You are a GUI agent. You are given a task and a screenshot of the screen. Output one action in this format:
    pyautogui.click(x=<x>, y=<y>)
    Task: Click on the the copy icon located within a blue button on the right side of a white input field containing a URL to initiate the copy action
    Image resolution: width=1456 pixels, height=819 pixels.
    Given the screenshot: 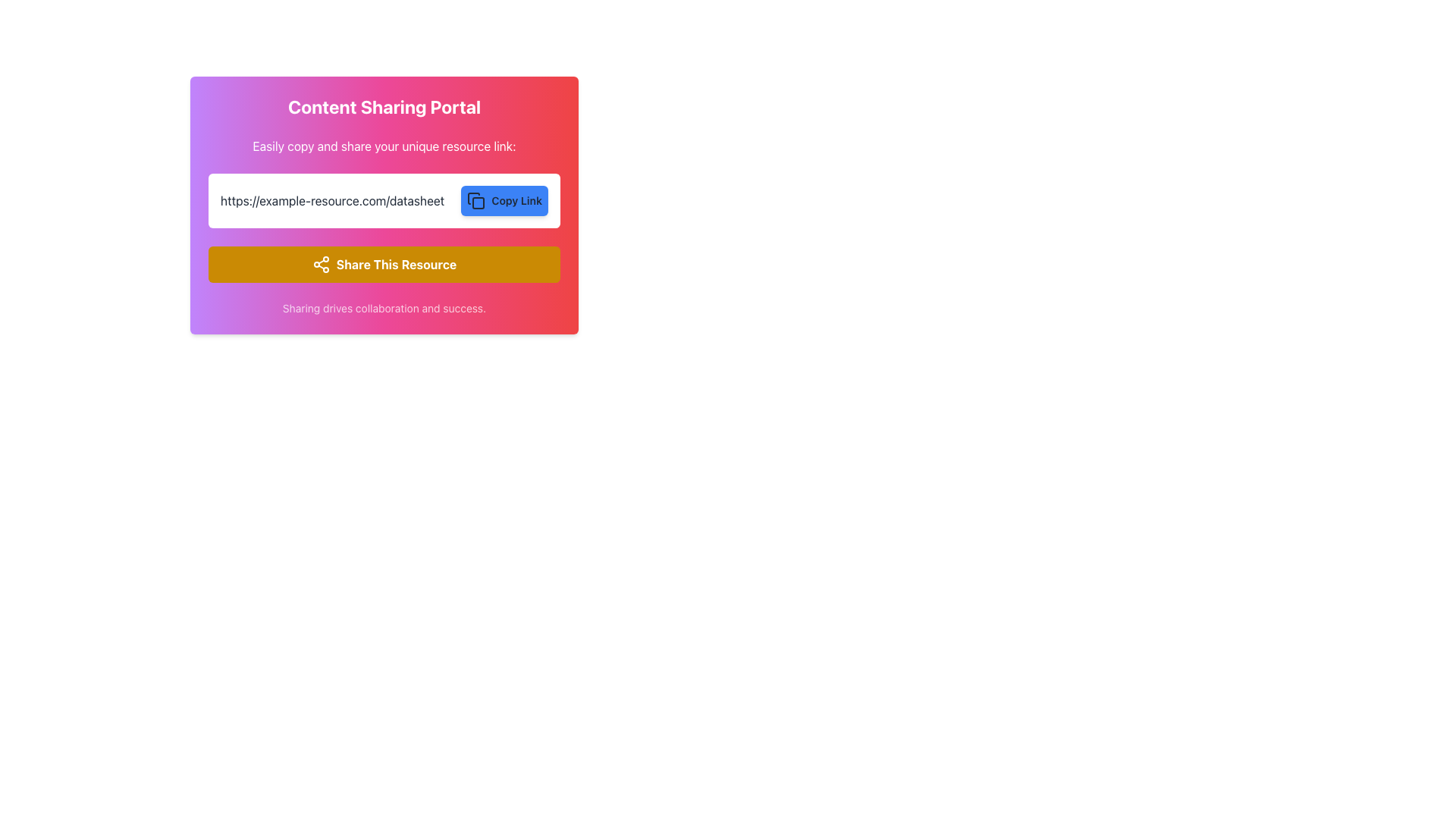 What is the action you would take?
    pyautogui.click(x=475, y=200)
    